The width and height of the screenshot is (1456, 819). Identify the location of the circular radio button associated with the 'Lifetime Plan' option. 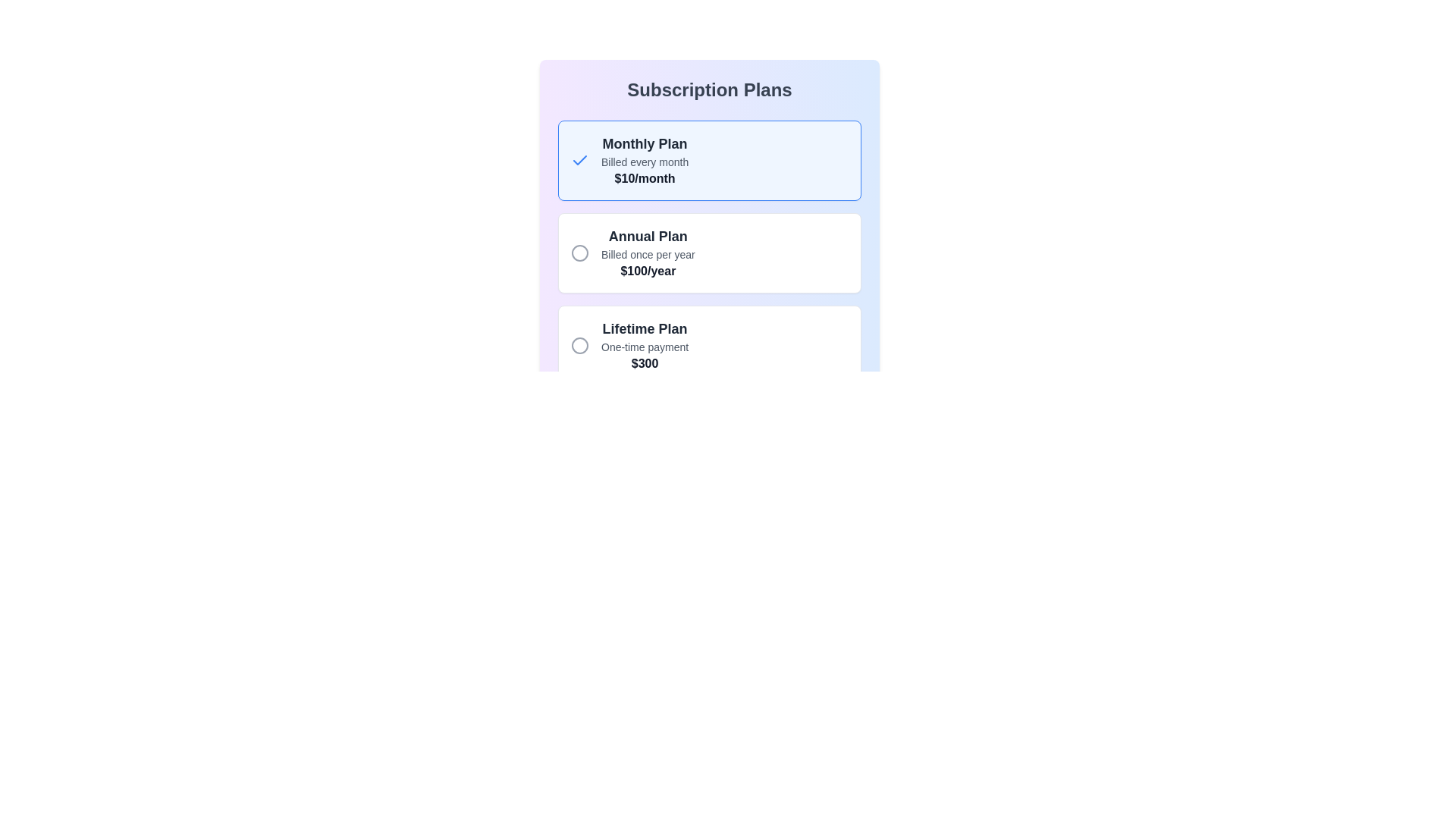
(579, 345).